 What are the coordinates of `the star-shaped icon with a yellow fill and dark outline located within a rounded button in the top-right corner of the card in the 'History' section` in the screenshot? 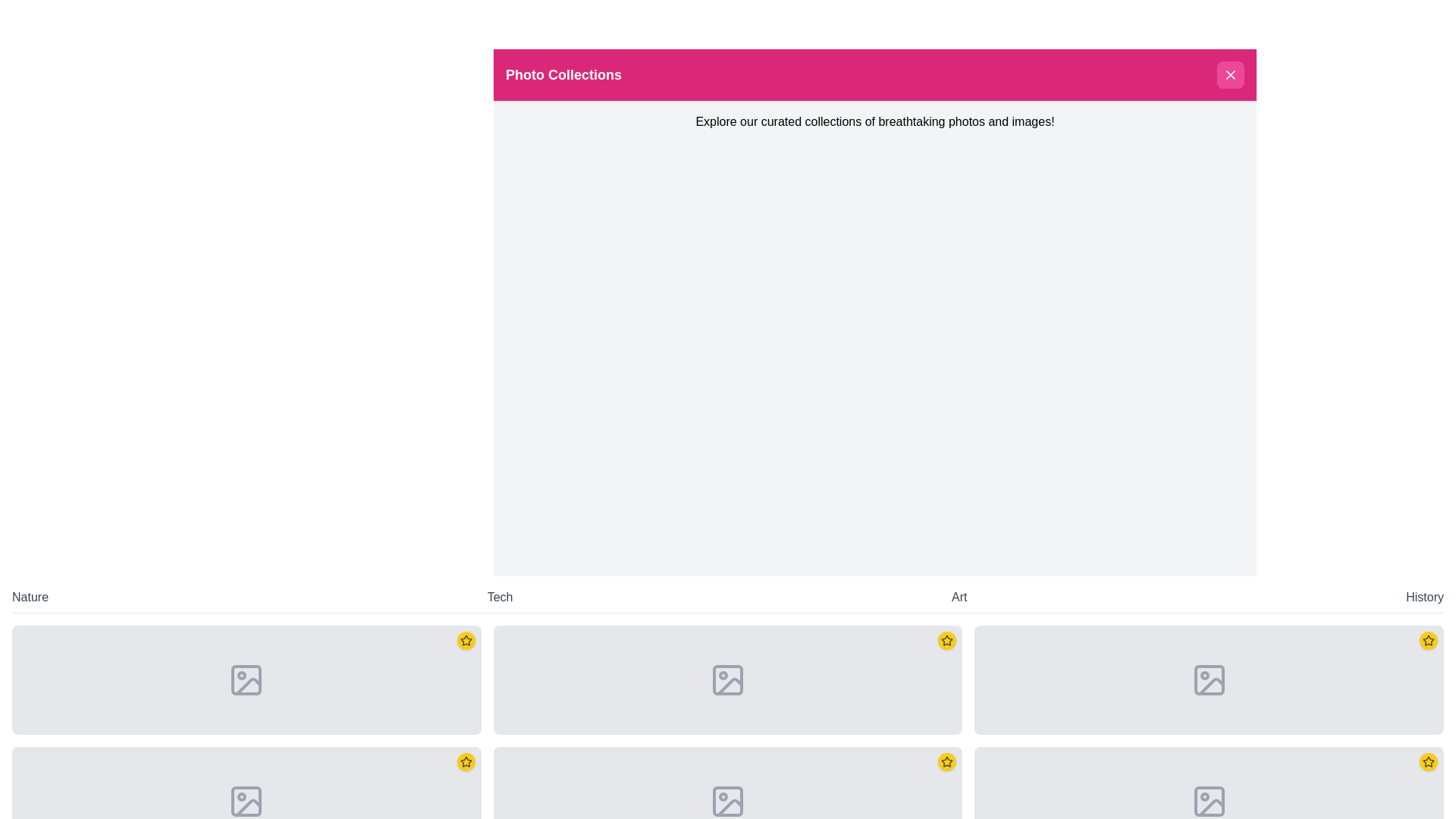 It's located at (1427, 762).